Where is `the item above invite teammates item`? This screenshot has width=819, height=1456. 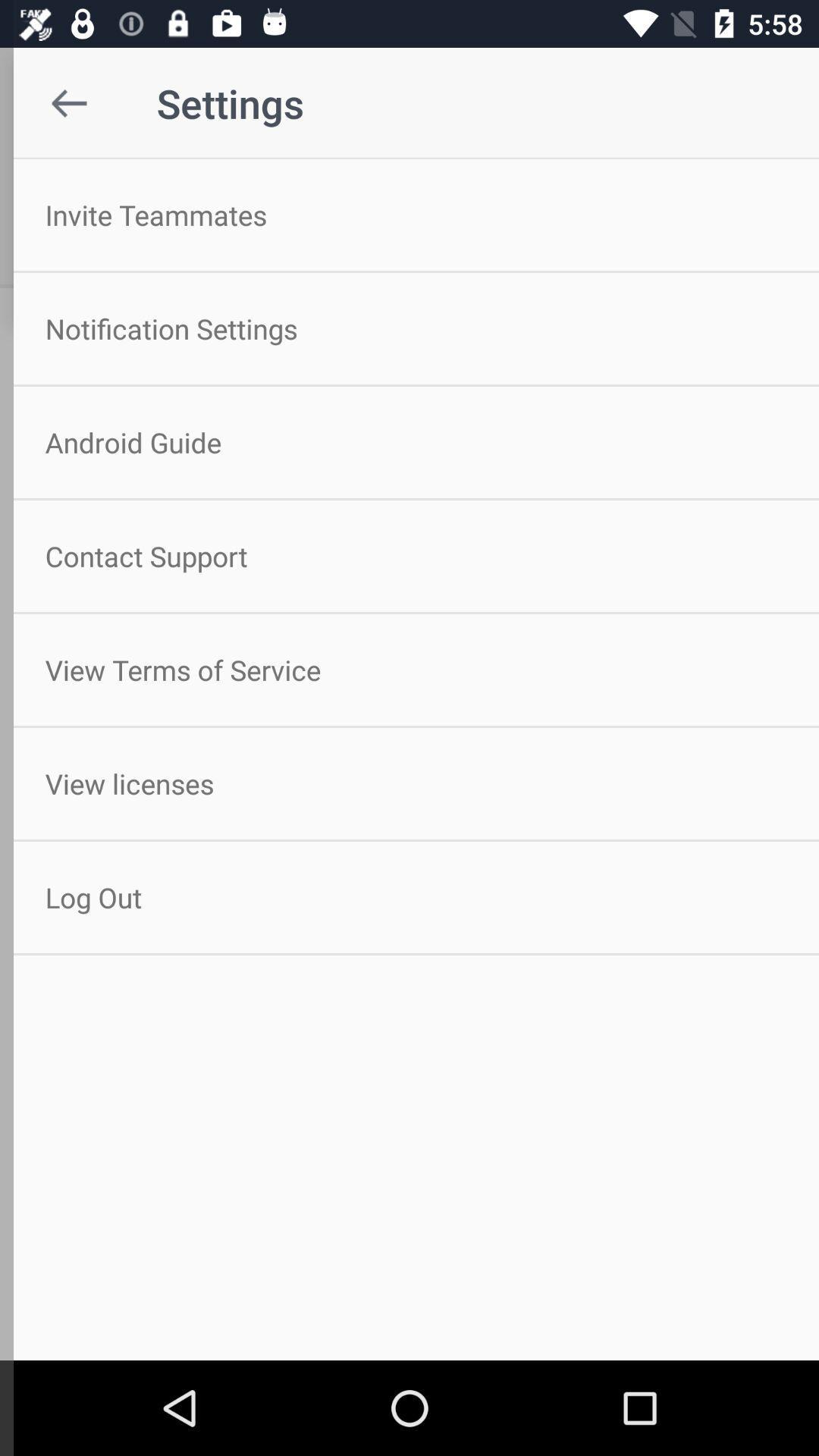
the item above invite teammates item is located at coordinates (55, 102).